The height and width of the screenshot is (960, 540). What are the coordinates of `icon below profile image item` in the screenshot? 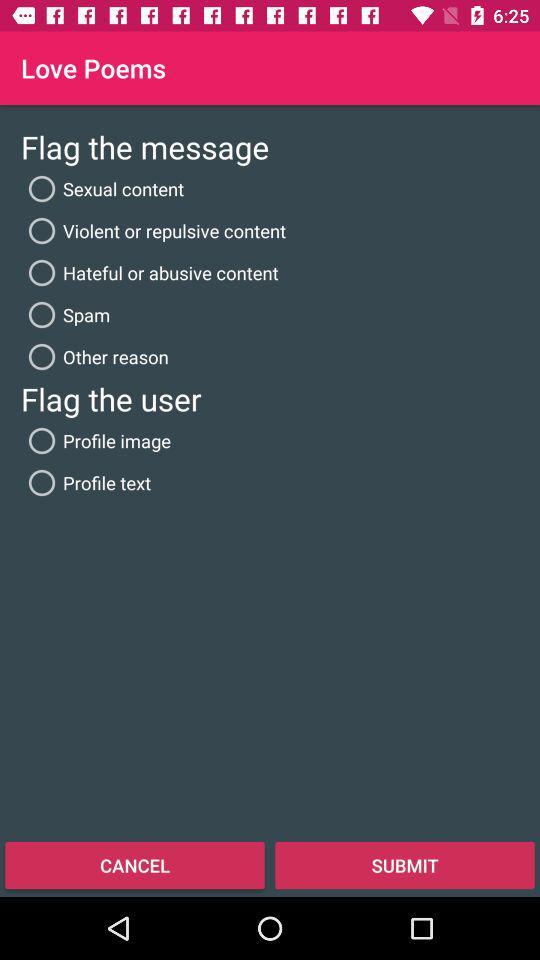 It's located at (85, 481).